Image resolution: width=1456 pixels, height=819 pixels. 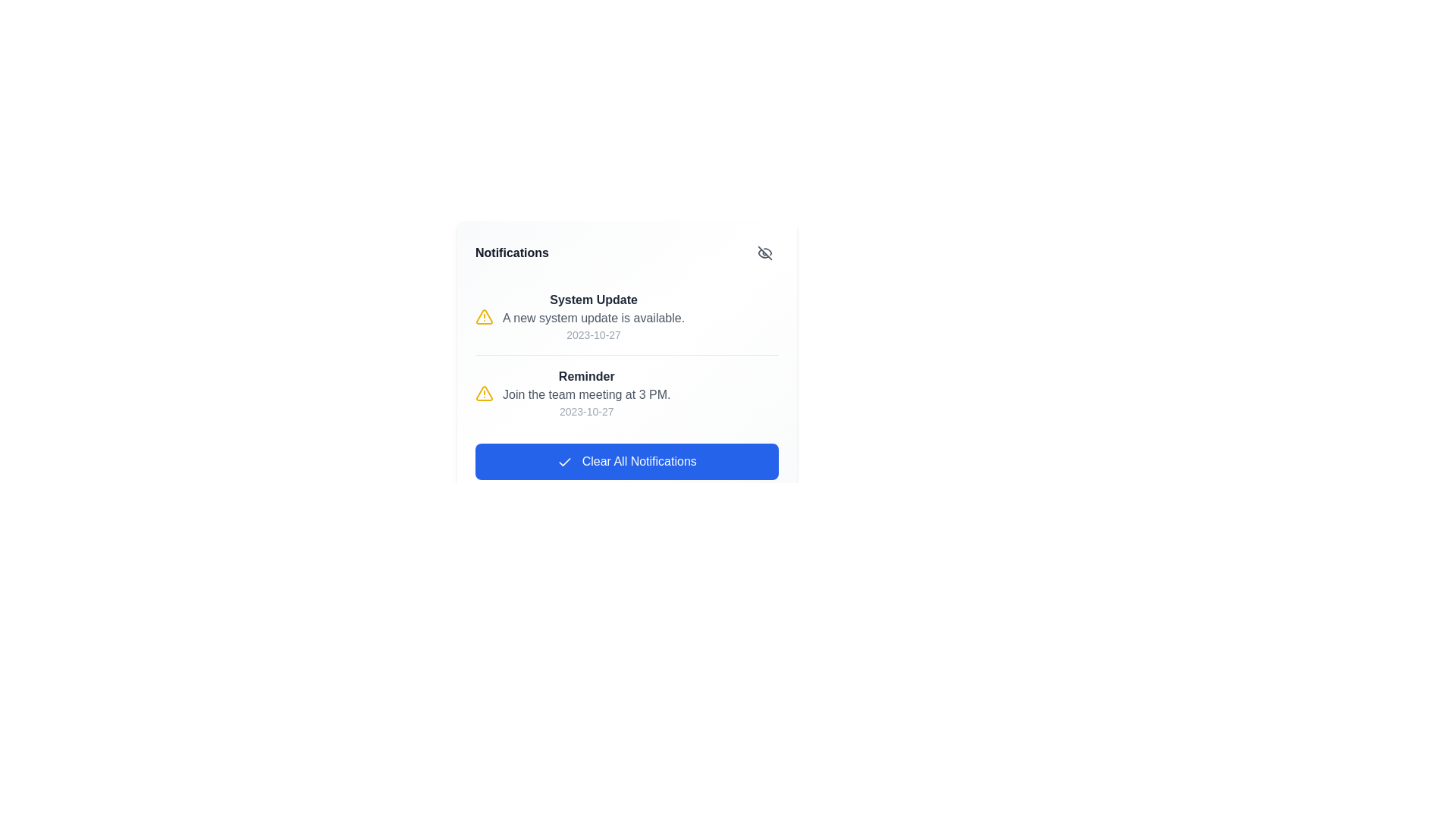 What do you see at coordinates (585, 376) in the screenshot?
I see `the bold dark gray text element labeled 'Reminder', which is visually prominent and positioned above the 'Join the team meeting at 3 PM.' text` at bounding box center [585, 376].